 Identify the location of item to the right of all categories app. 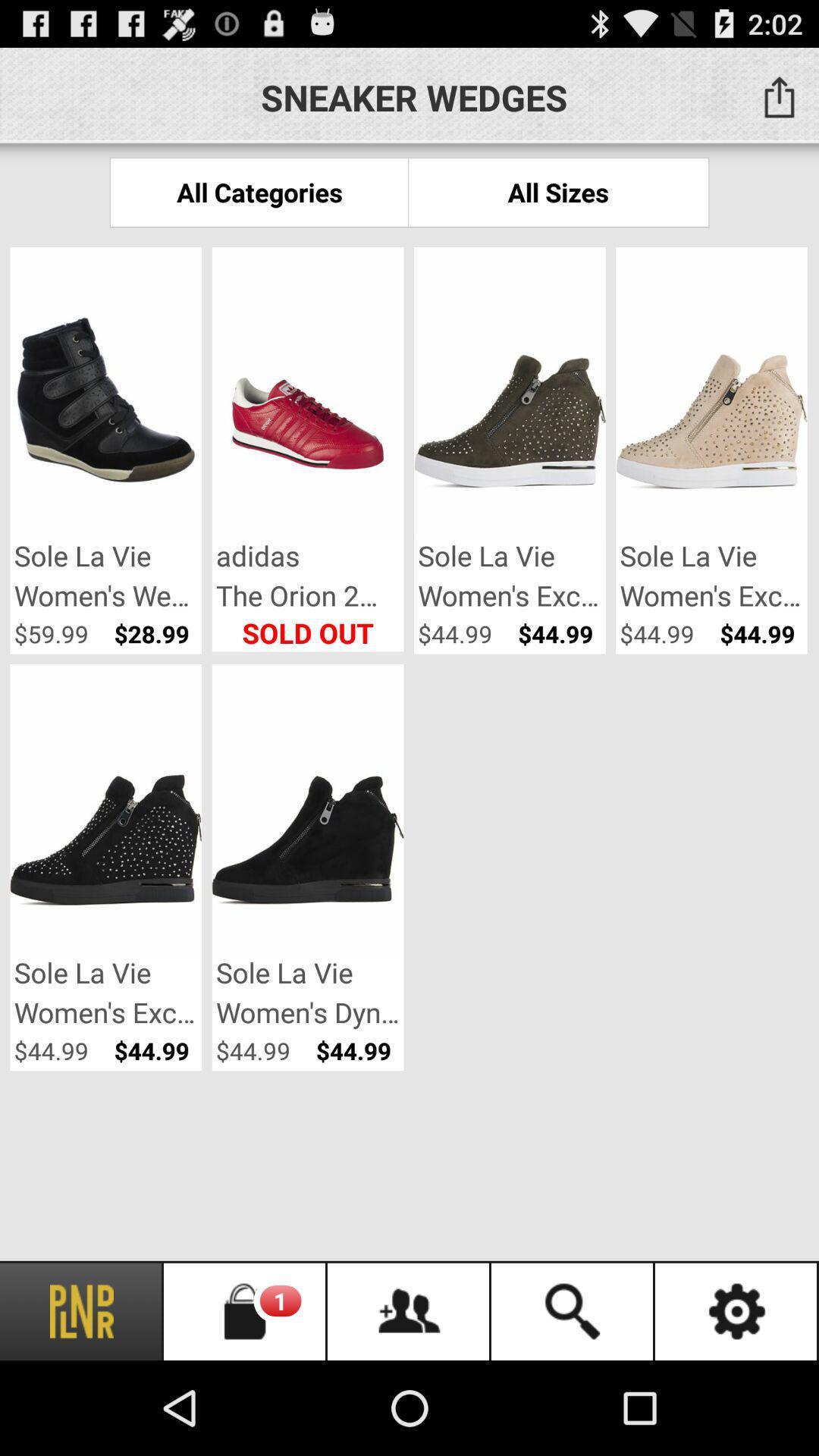
(558, 191).